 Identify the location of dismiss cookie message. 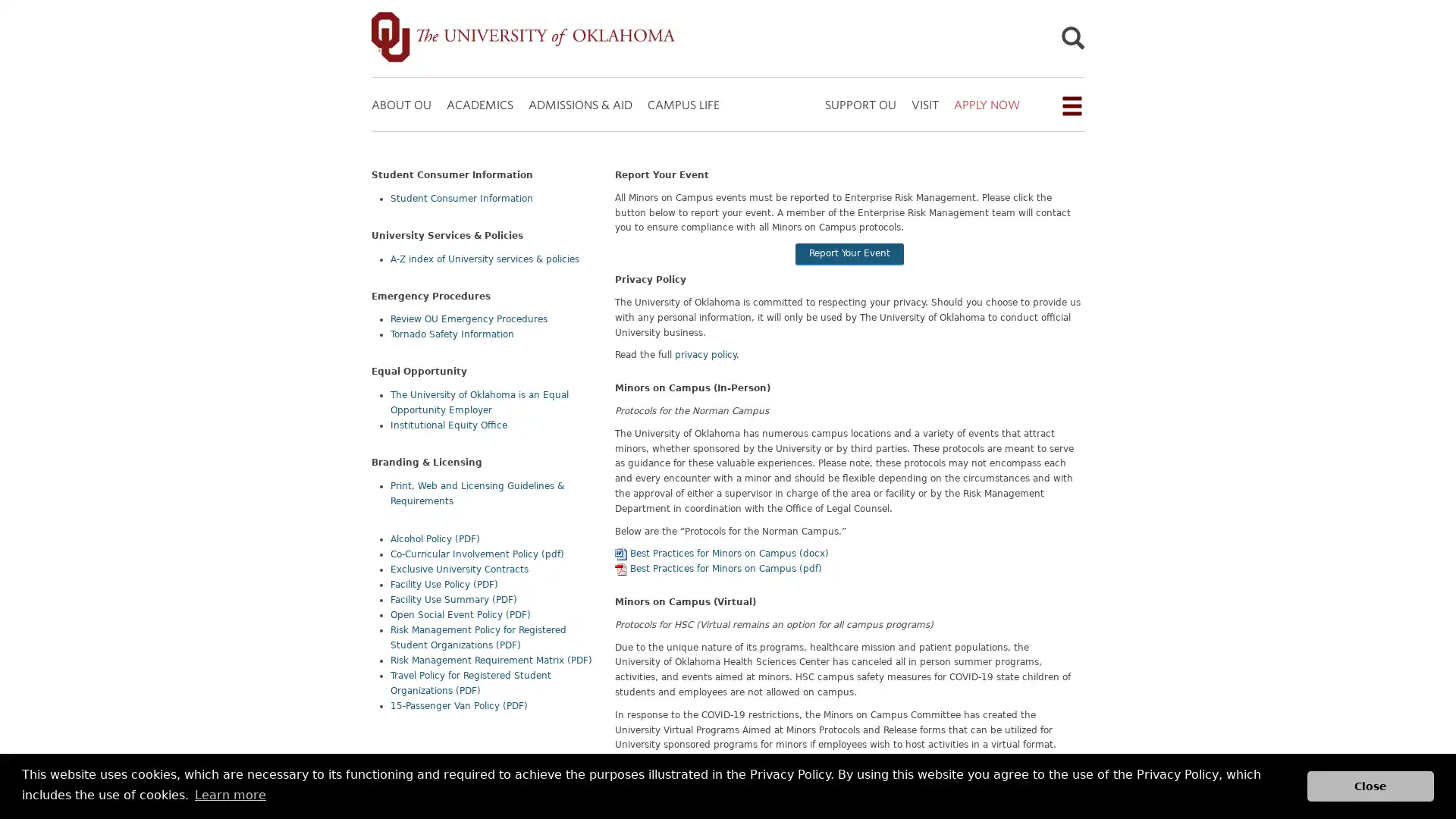
(1370, 785).